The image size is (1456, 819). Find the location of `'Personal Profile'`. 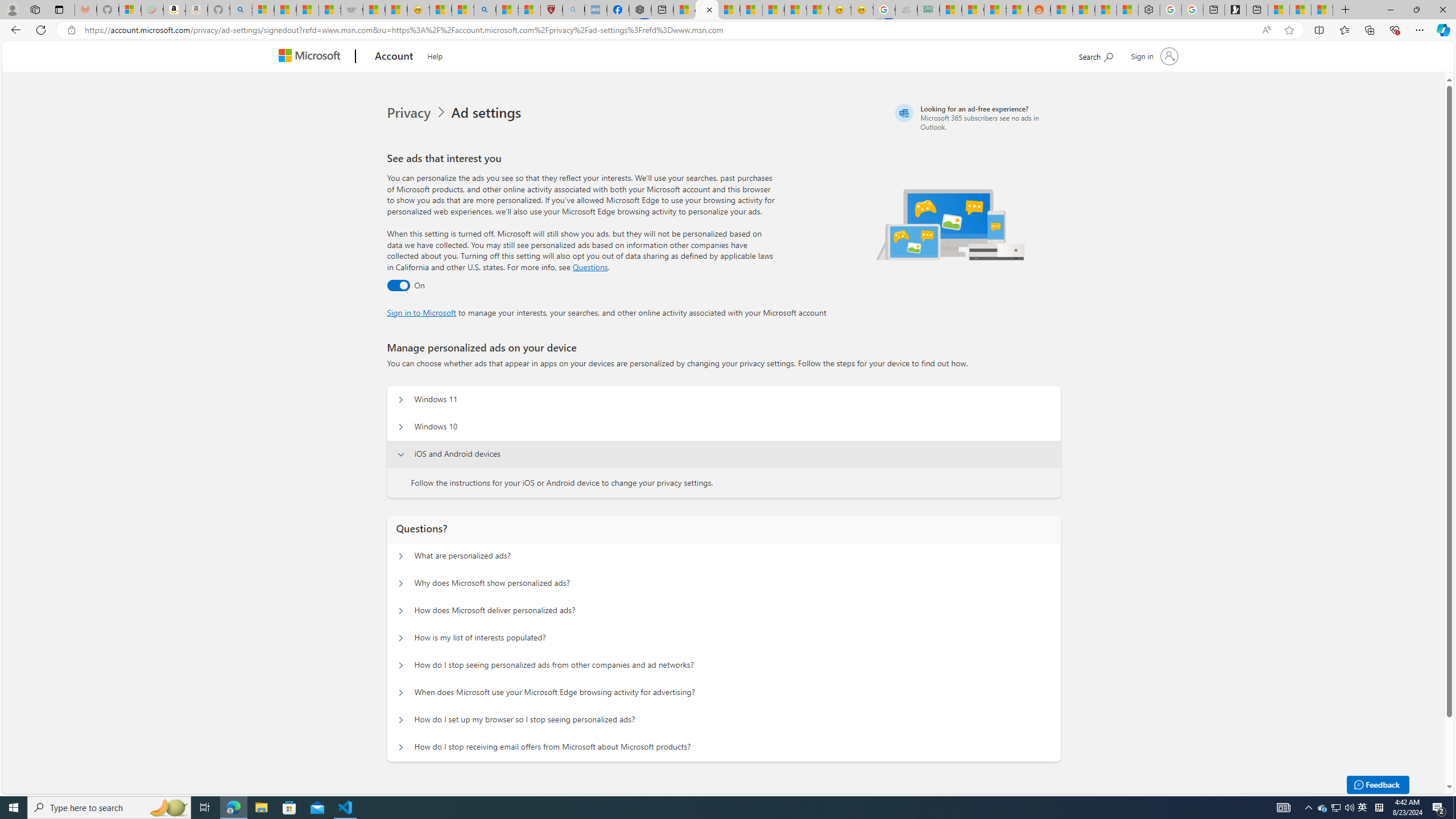

'Personal Profile' is located at coordinates (11, 9).